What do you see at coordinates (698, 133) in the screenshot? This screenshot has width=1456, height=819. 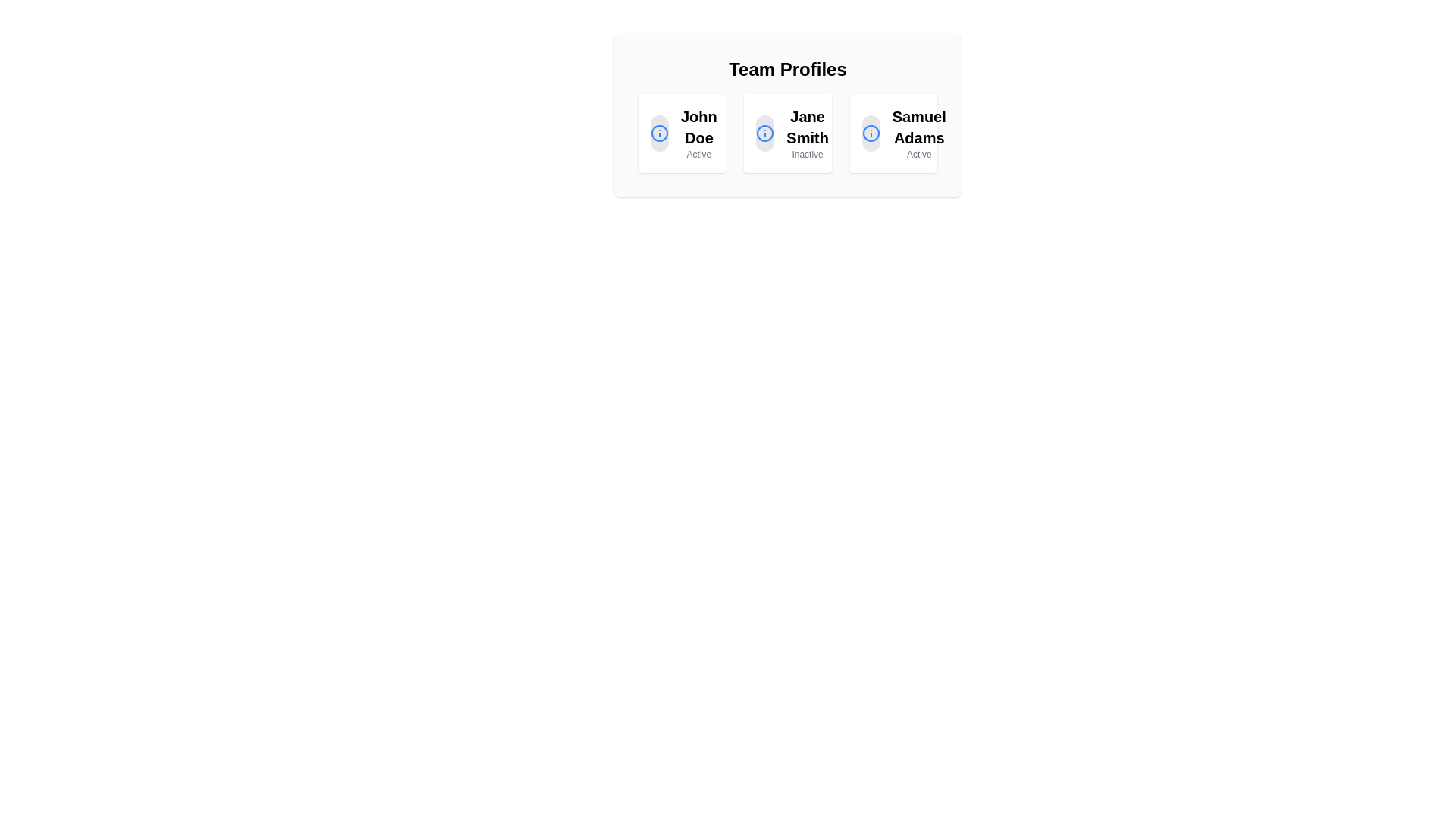 I see `information displayed in the Text Label element that shows 'John Doe' with the status 'Active', located to the right of a blue icon in the Team Profiles row` at bounding box center [698, 133].